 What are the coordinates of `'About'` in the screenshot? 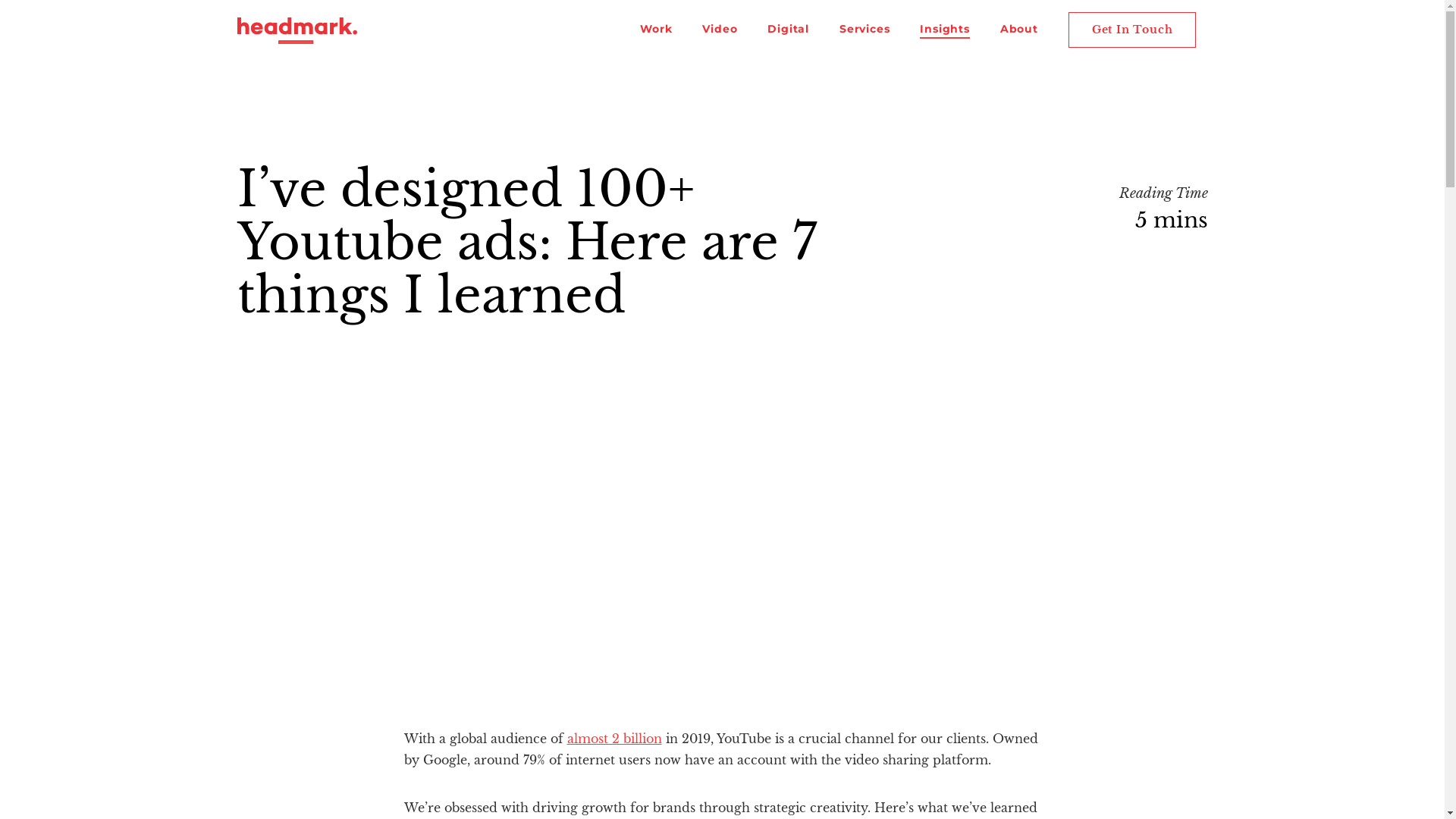 It's located at (1000, 30).